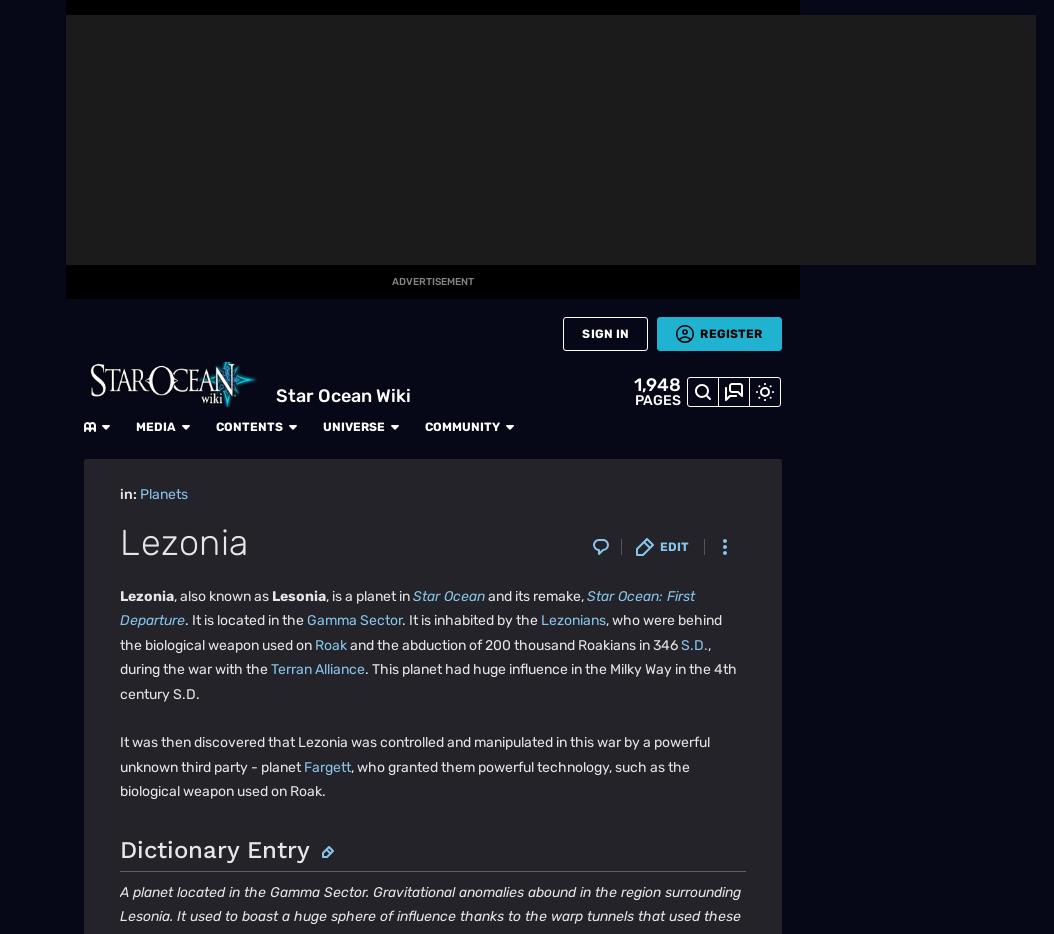 The width and height of the screenshot is (1054, 934). I want to click on 'Opera Vectra', so click(228, 34).